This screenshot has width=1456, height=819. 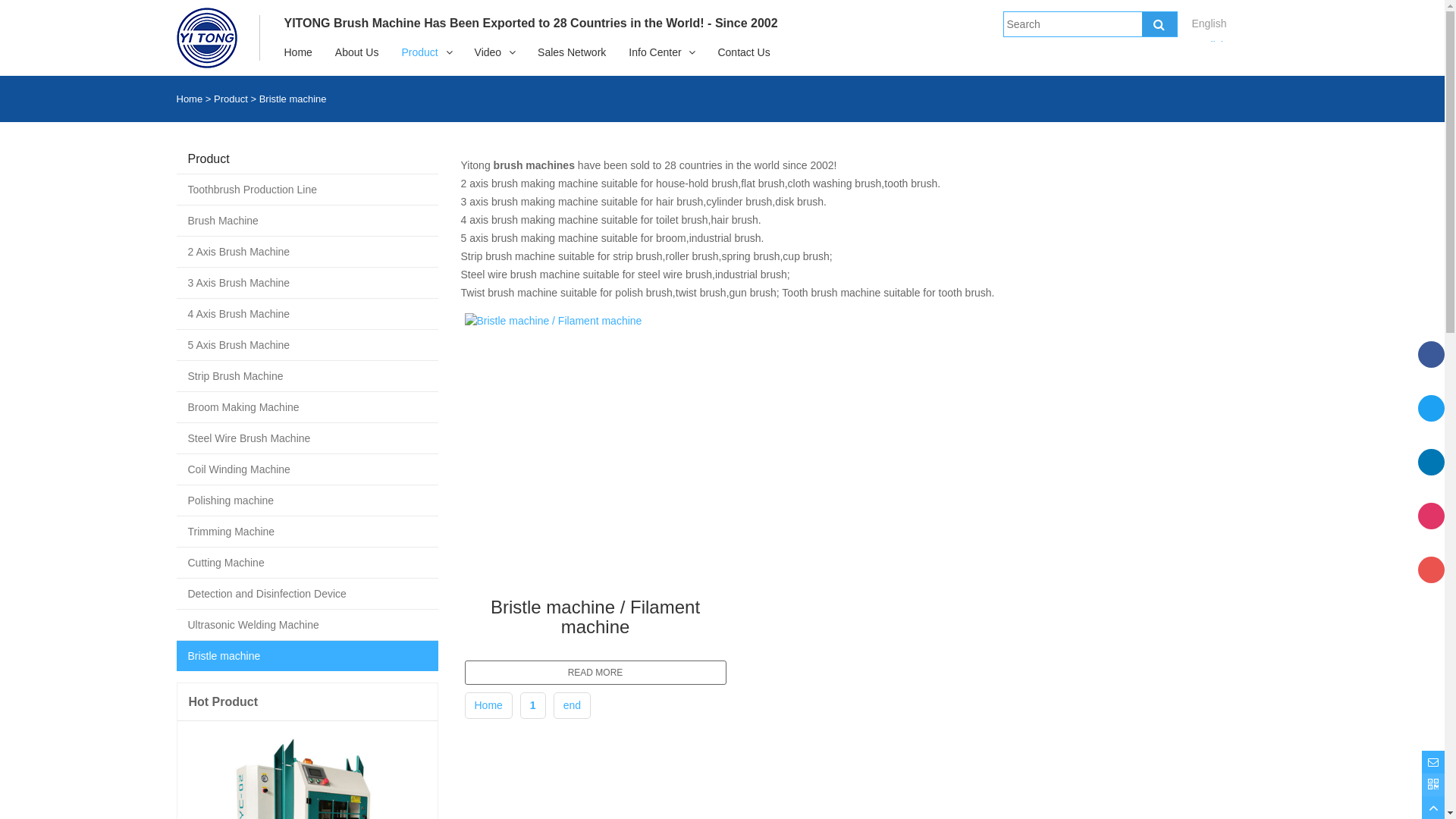 What do you see at coordinates (306, 406) in the screenshot?
I see `'Broom Making Machine'` at bounding box center [306, 406].